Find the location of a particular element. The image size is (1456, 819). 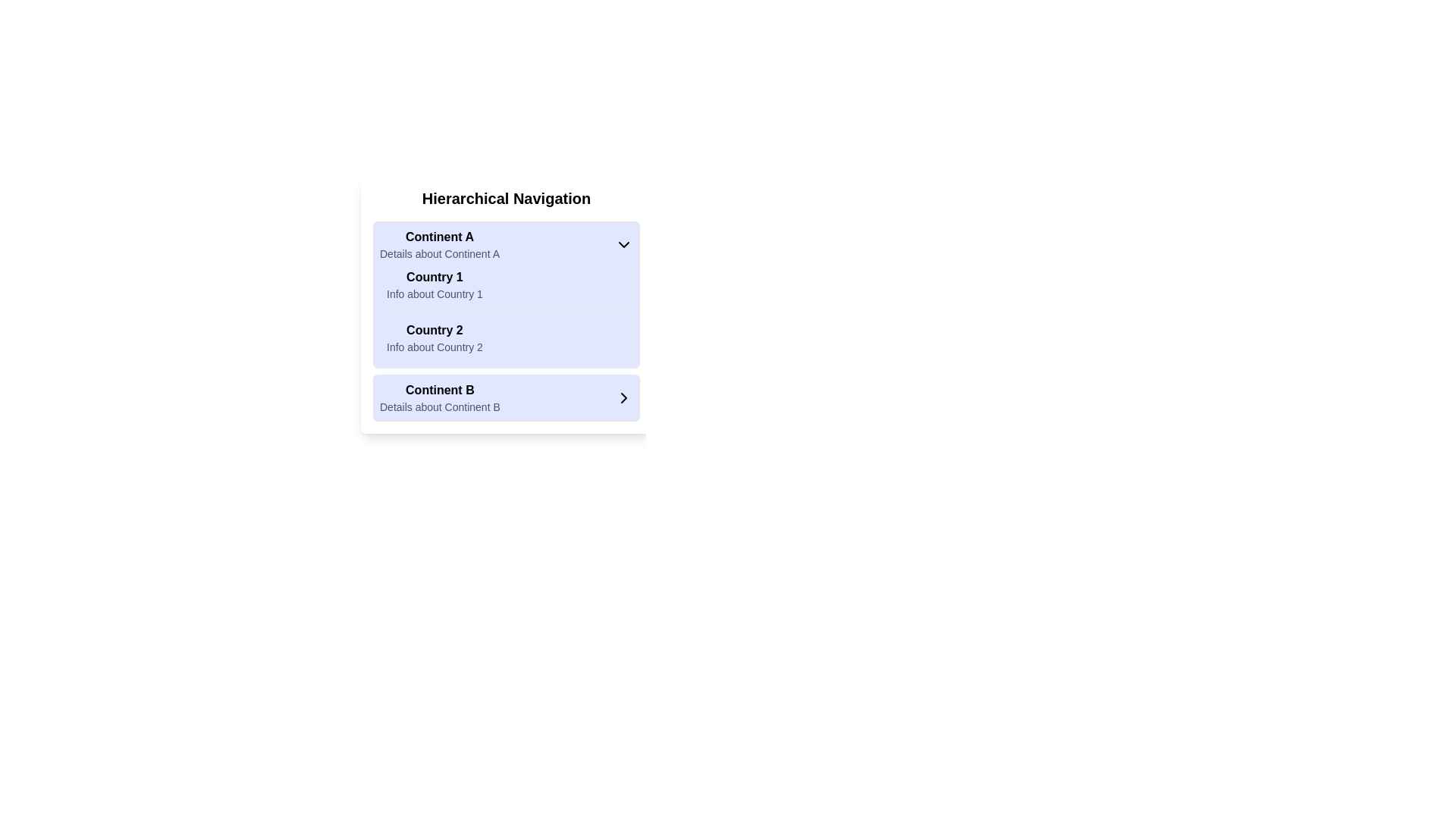

the text label reading 'Details about Continent A', which is styled with a smaller font size and grayish color, positioned below the title 'Continent A' in the hierarchical navigation menu is located at coordinates (439, 253).